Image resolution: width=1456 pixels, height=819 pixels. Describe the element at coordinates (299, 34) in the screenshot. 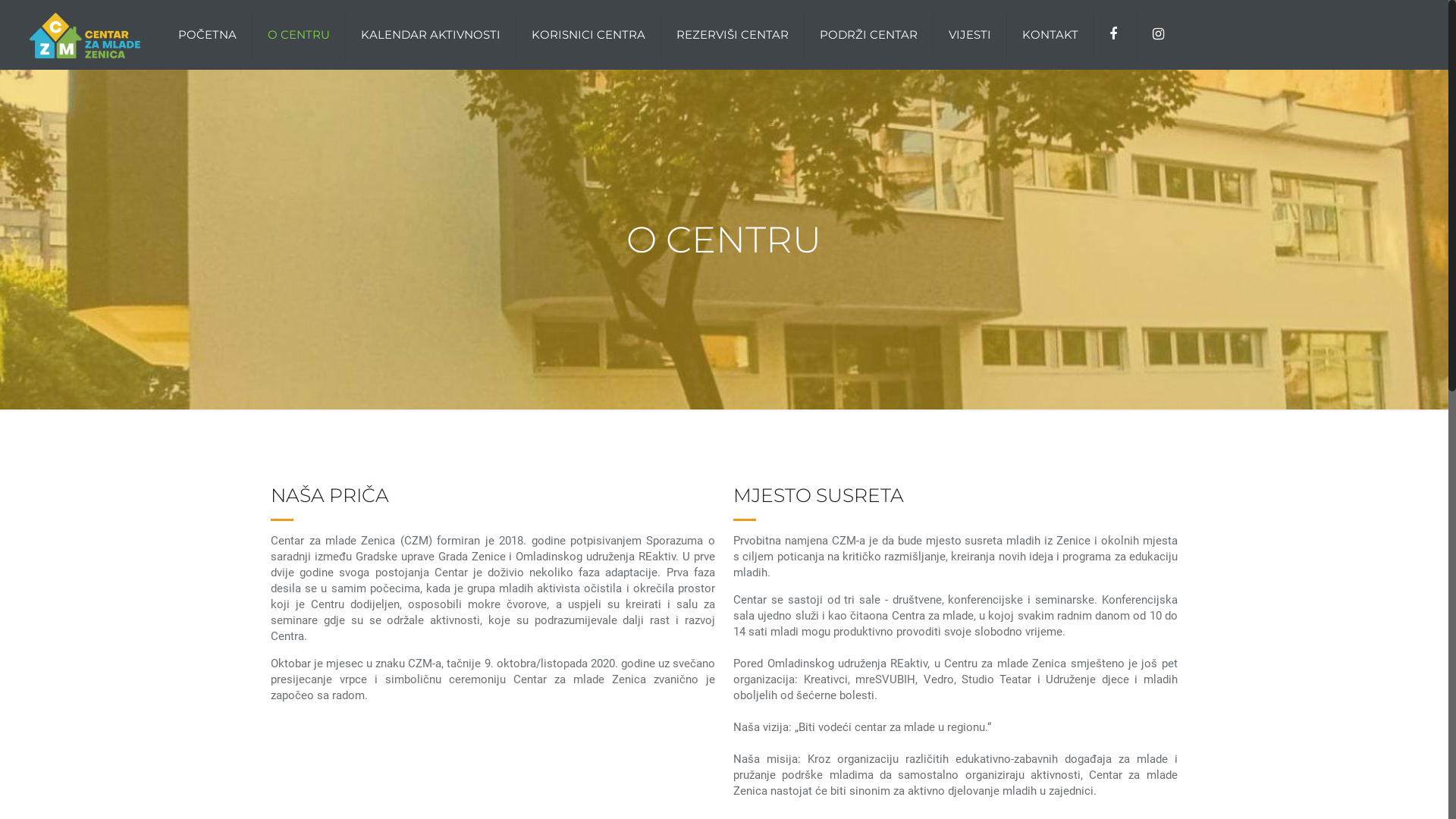

I see `'O CENTRU'` at that location.